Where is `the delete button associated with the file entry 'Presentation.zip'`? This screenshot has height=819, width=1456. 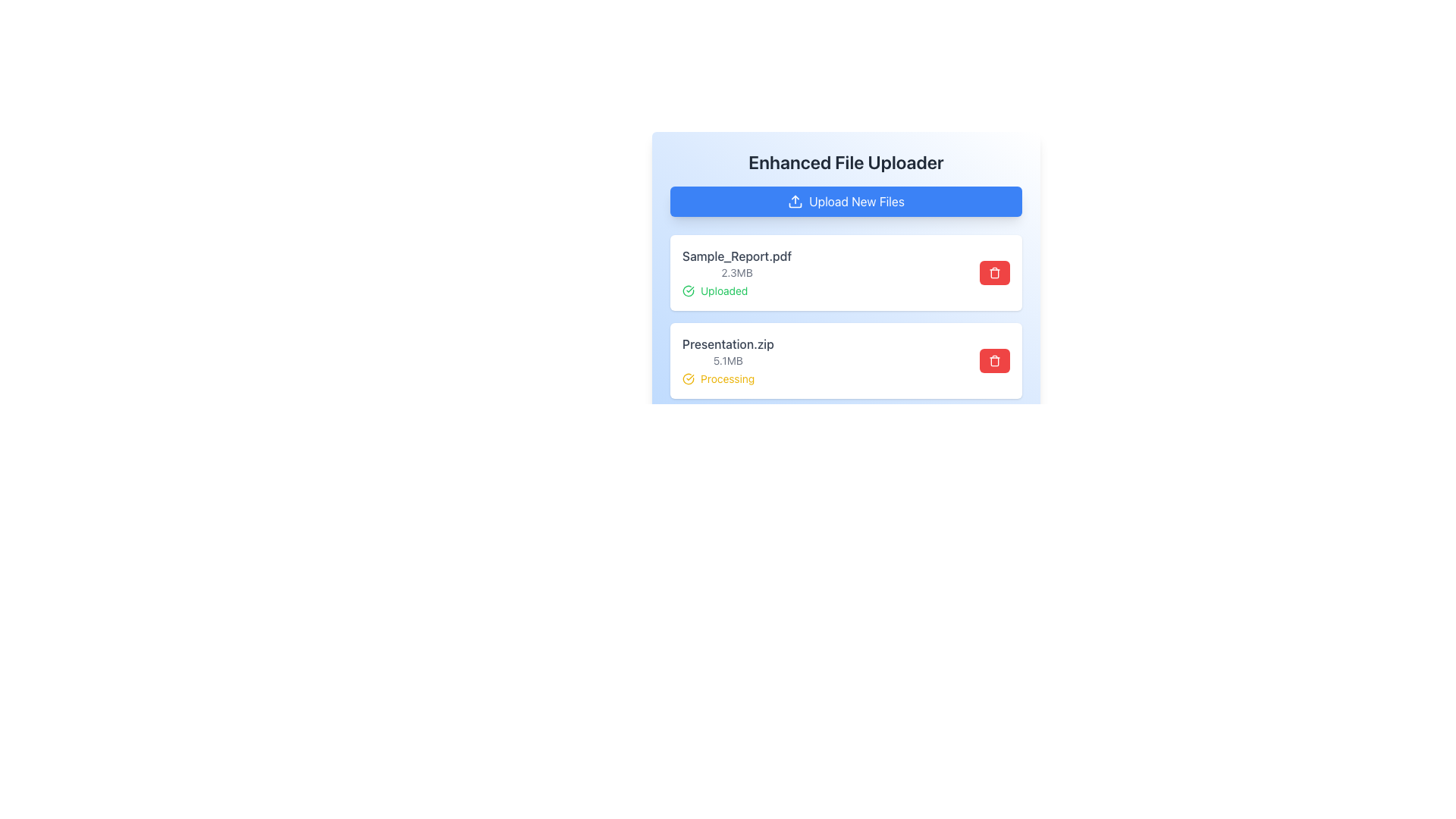
the delete button associated with the file entry 'Presentation.zip' is located at coordinates (994, 360).